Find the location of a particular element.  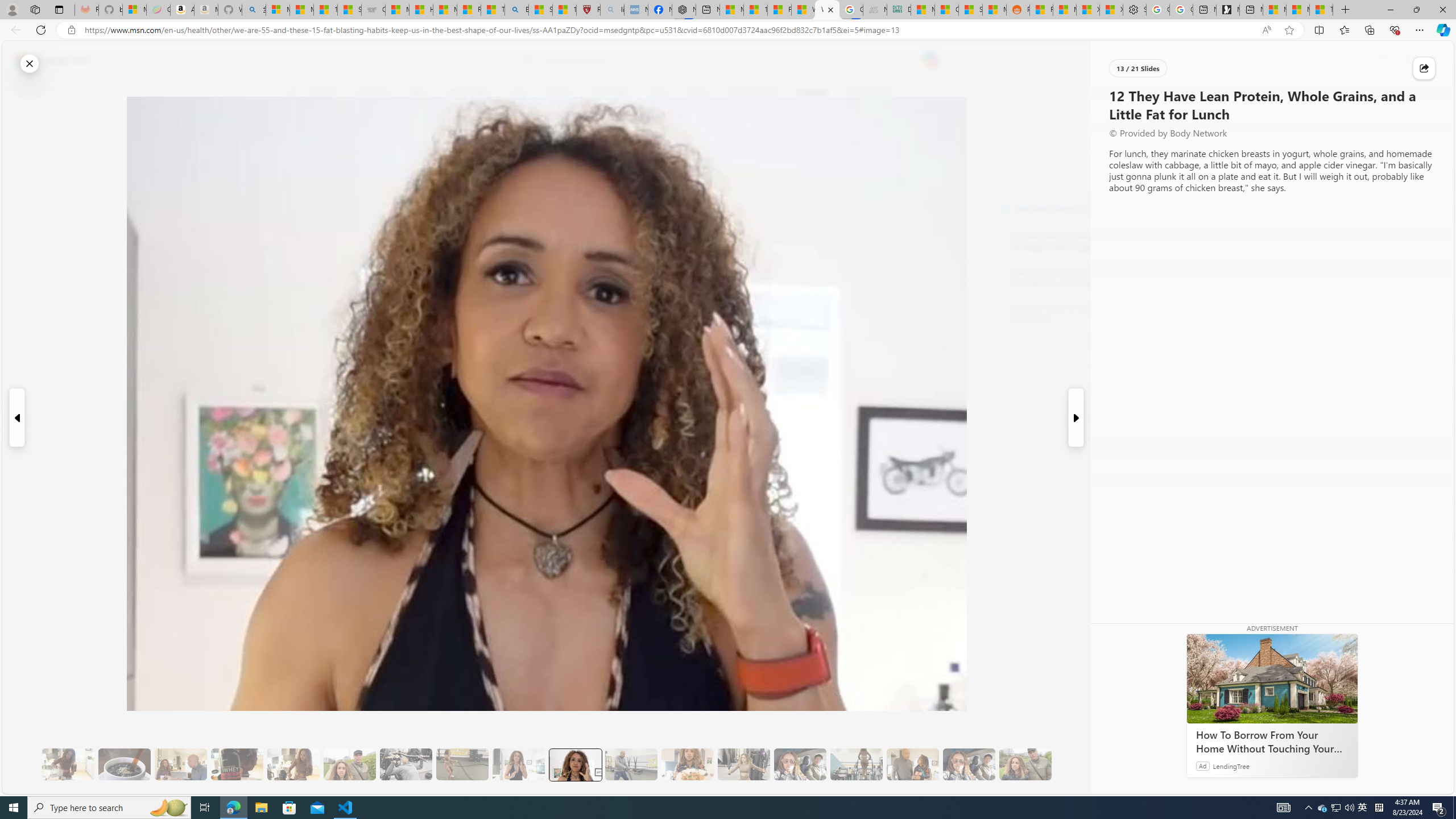

'8 They Walk to the Gym' is located at coordinates (349, 764).